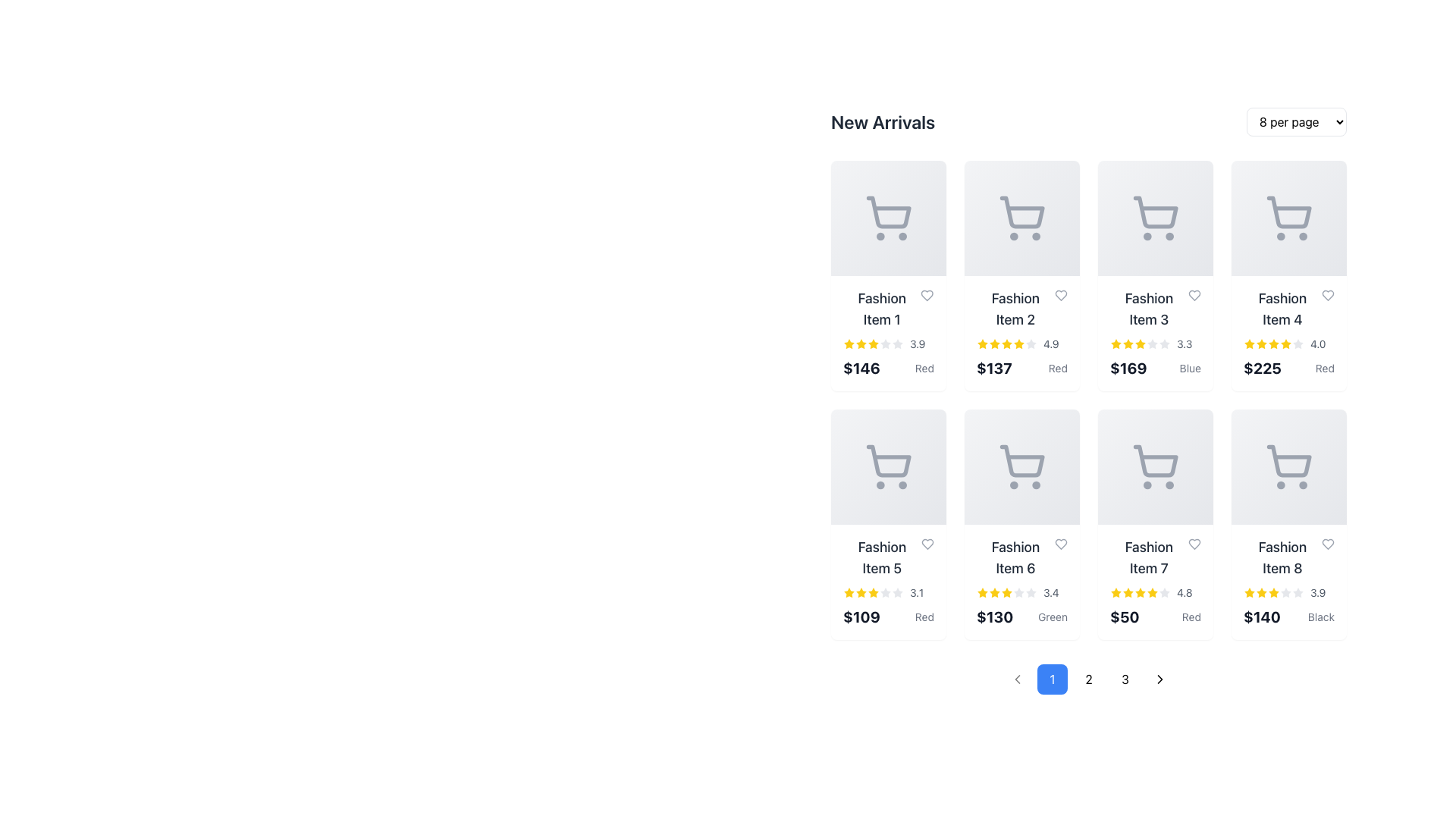  Describe the element at coordinates (1050, 344) in the screenshot. I see `displayed text '4.9' from the text label associated with the rating stars next to 'Fashion Item 2' in the 'New Arrivals' section` at that location.